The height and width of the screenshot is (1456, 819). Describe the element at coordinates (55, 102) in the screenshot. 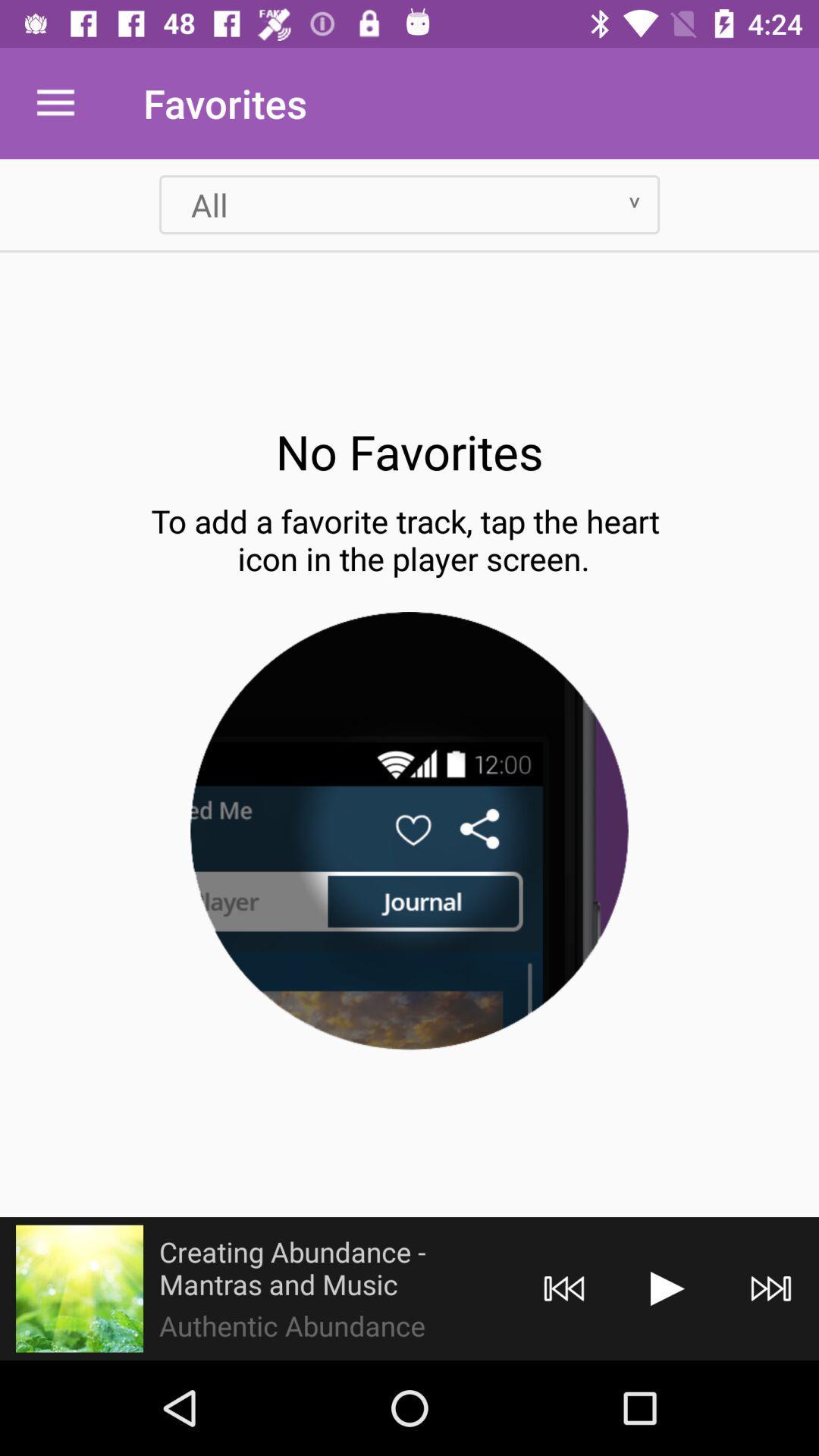

I see `the item next to favorites icon` at that location.